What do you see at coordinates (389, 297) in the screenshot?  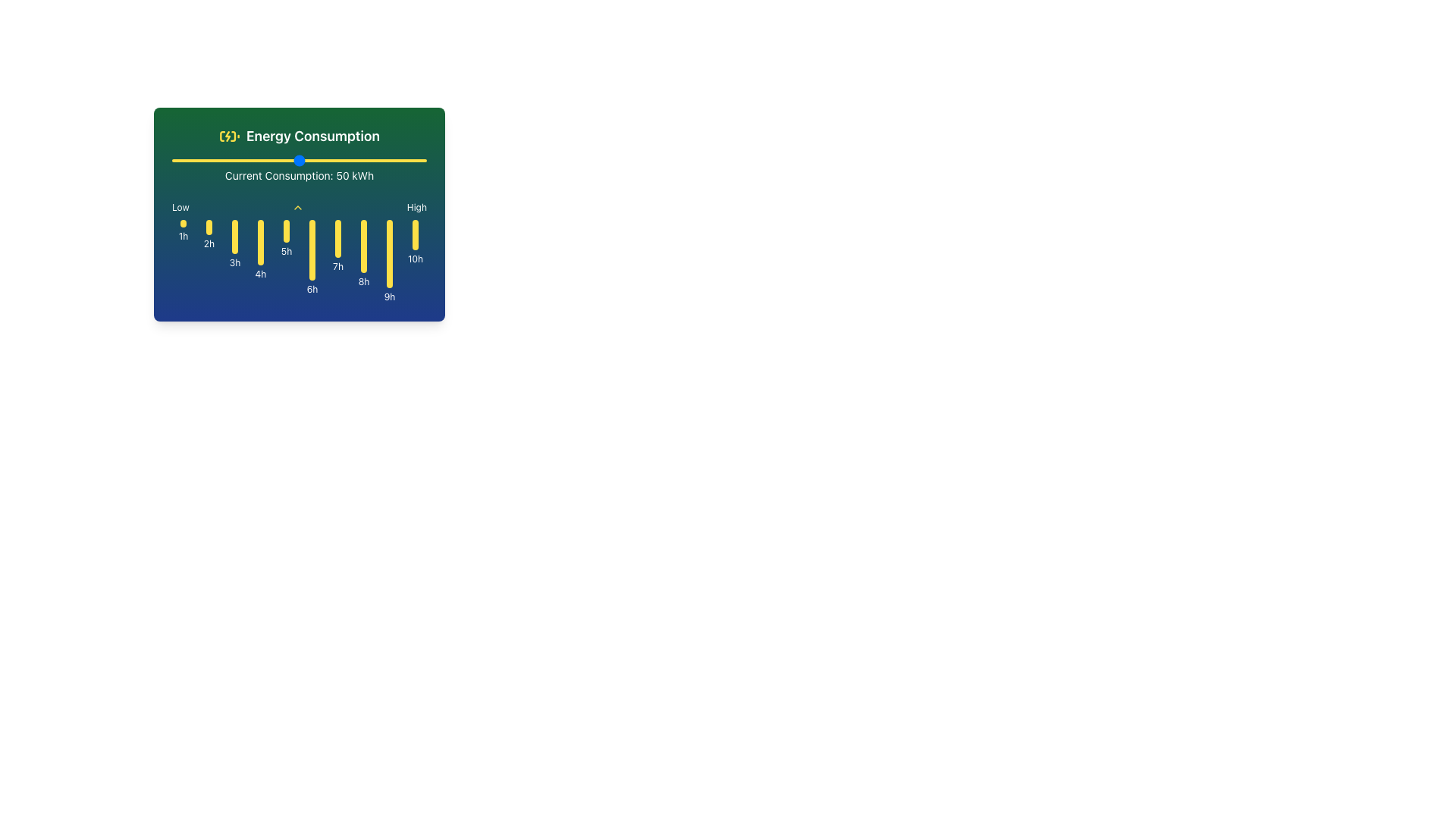 I see `the Text Label displaying '9h' in white on a dark blue background, located in the bottom-right region of the card-shaped interface, which is below a yellow vertical bar` at bounding box center [389, 297].